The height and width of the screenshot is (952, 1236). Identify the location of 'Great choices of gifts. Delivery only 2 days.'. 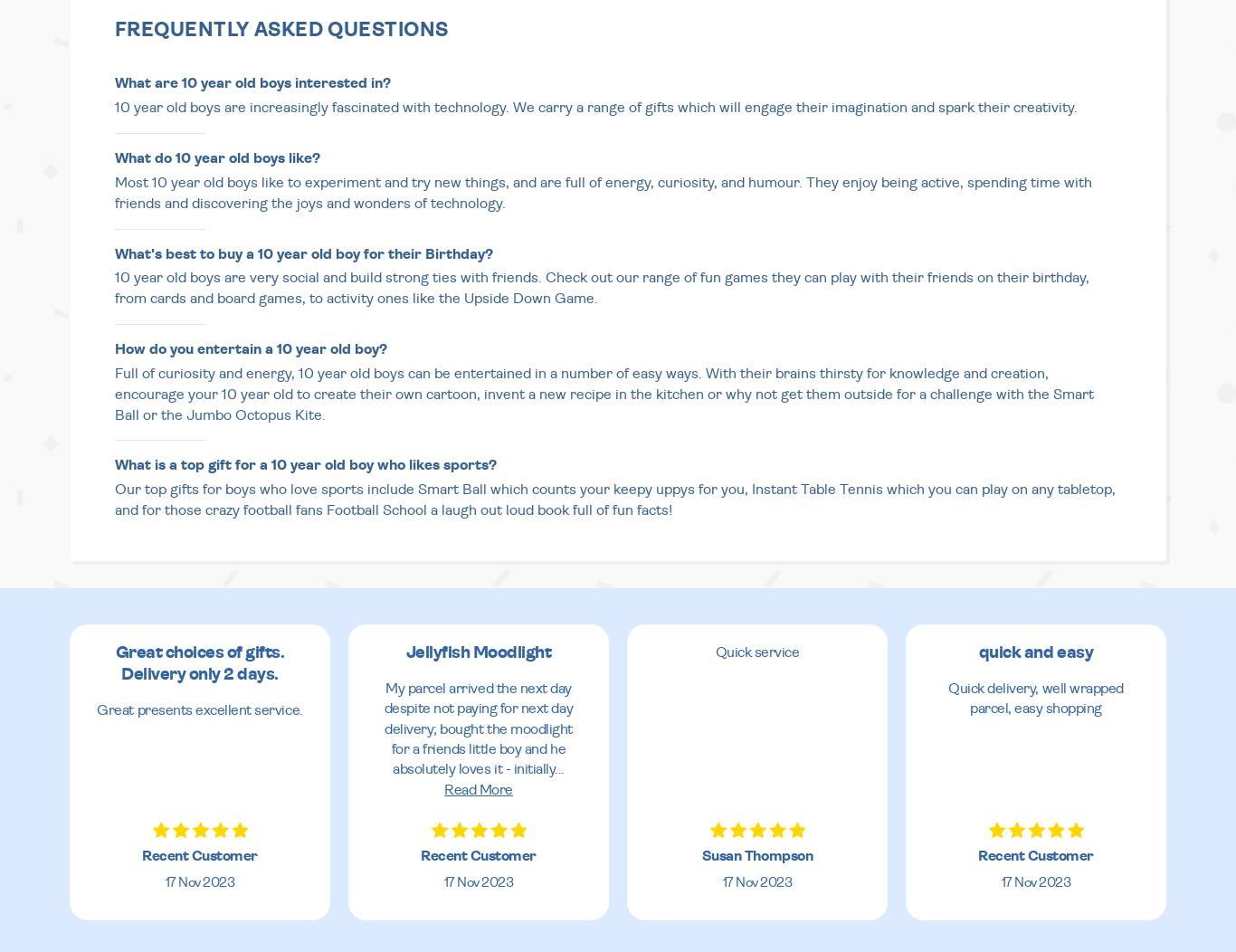
(114, 663).